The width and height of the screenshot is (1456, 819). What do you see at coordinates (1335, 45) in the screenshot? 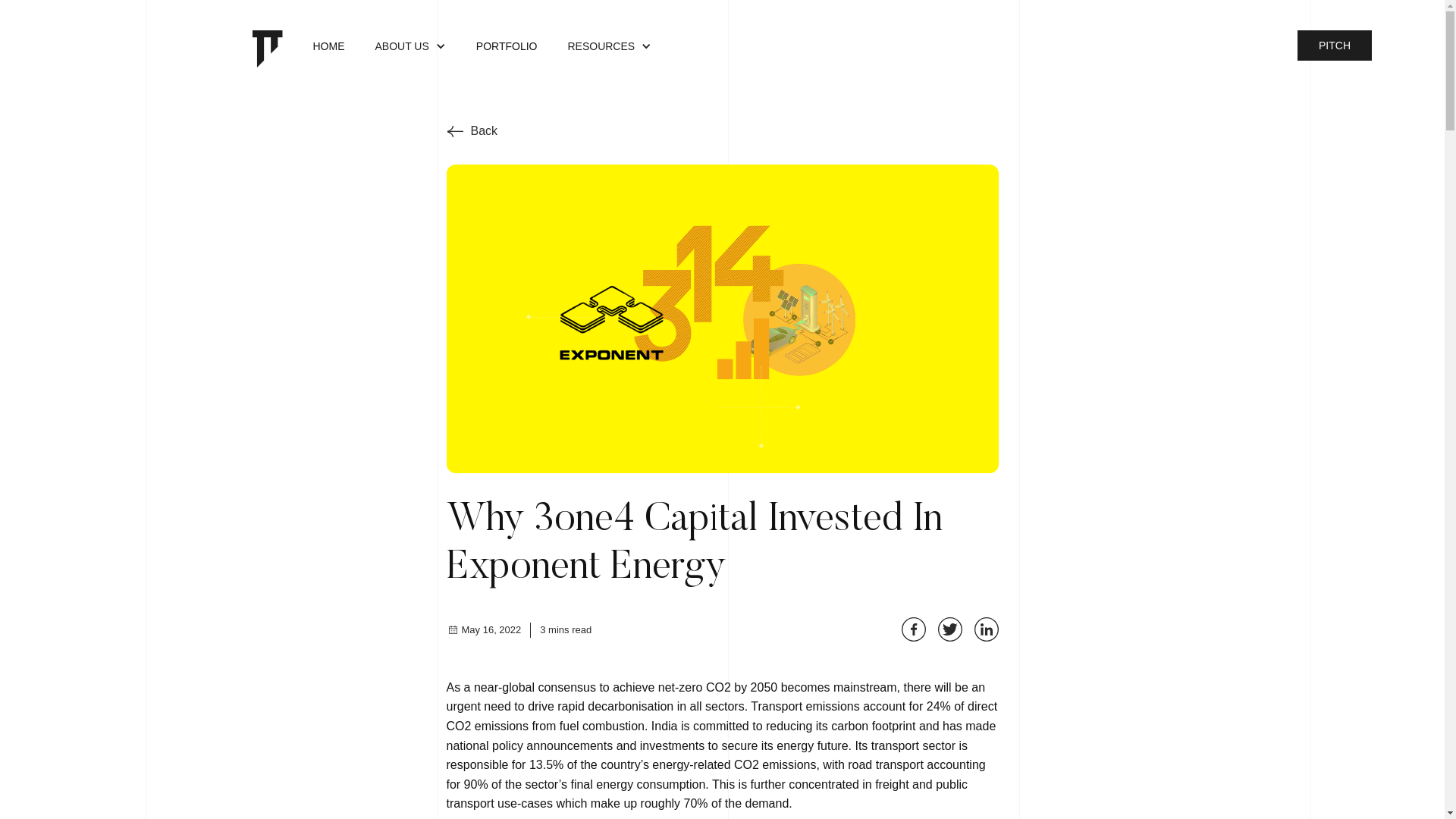
I see `'PITCH'` at bounding box center [1335, 45].